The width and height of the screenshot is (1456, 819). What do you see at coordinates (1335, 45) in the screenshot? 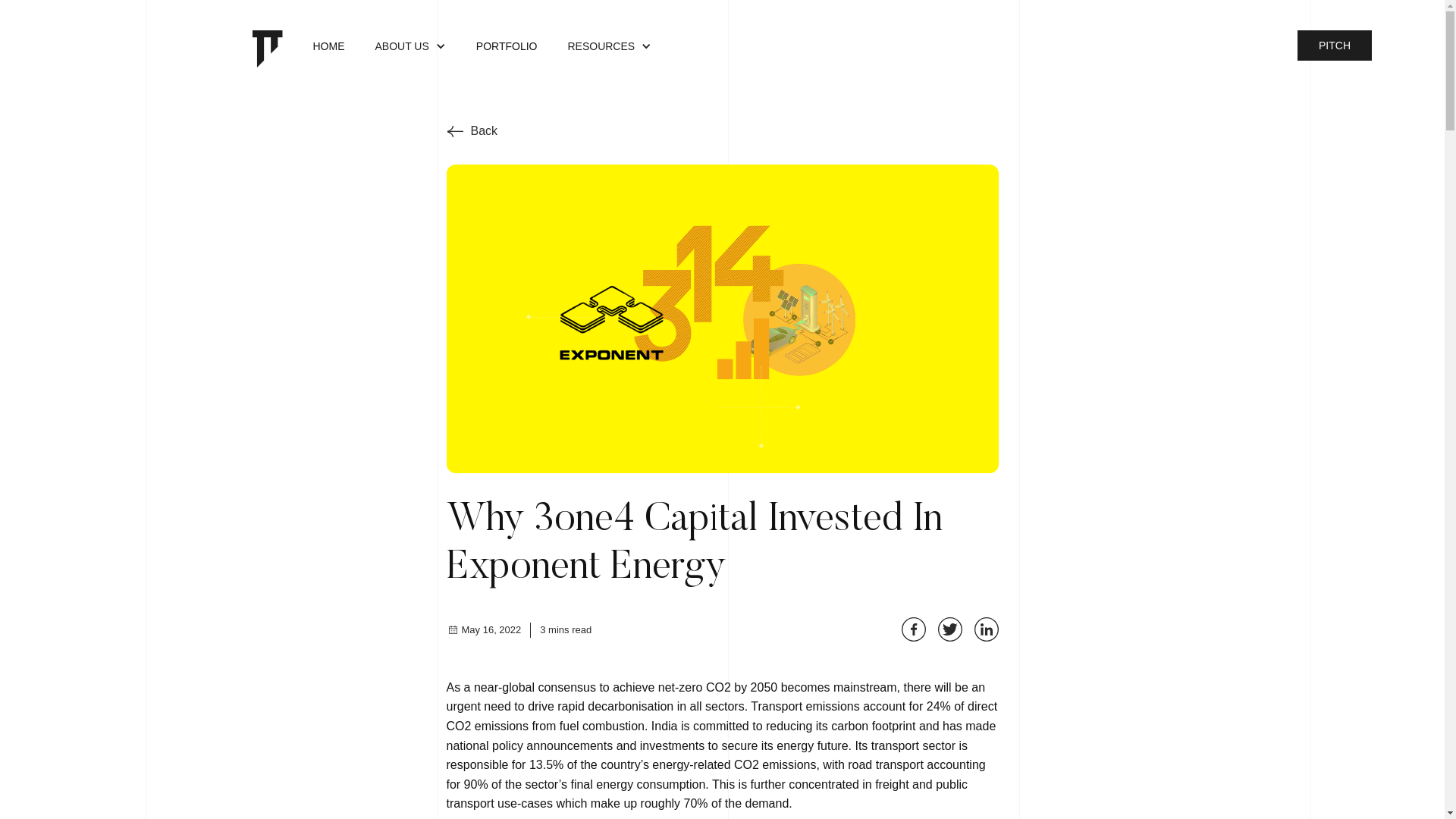
I see `'PITCH'` at bounding box center [1335, 45].